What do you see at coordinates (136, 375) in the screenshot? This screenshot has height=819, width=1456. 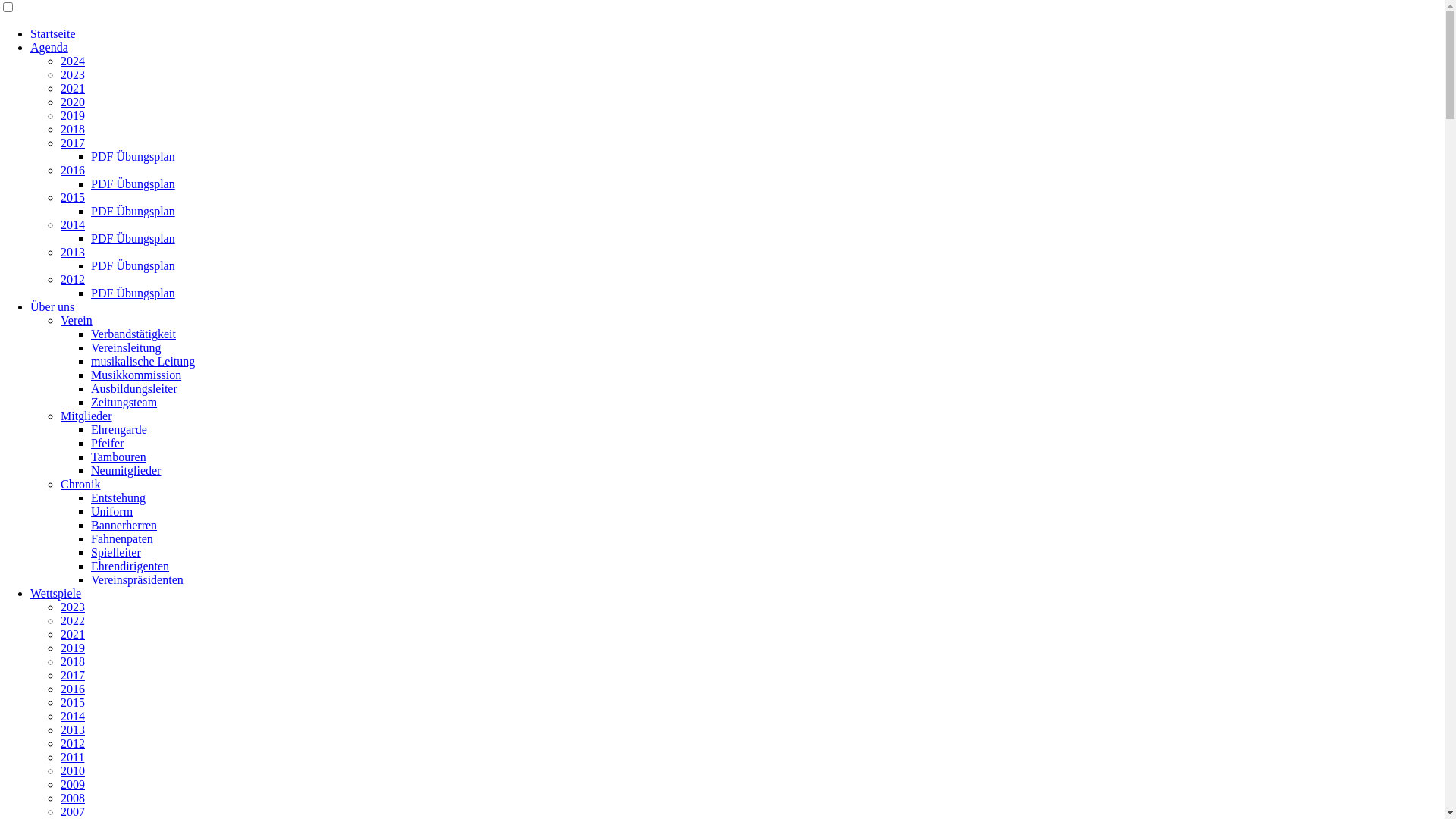 I see `'Musikkommission'` at bounding box center [136, 375].